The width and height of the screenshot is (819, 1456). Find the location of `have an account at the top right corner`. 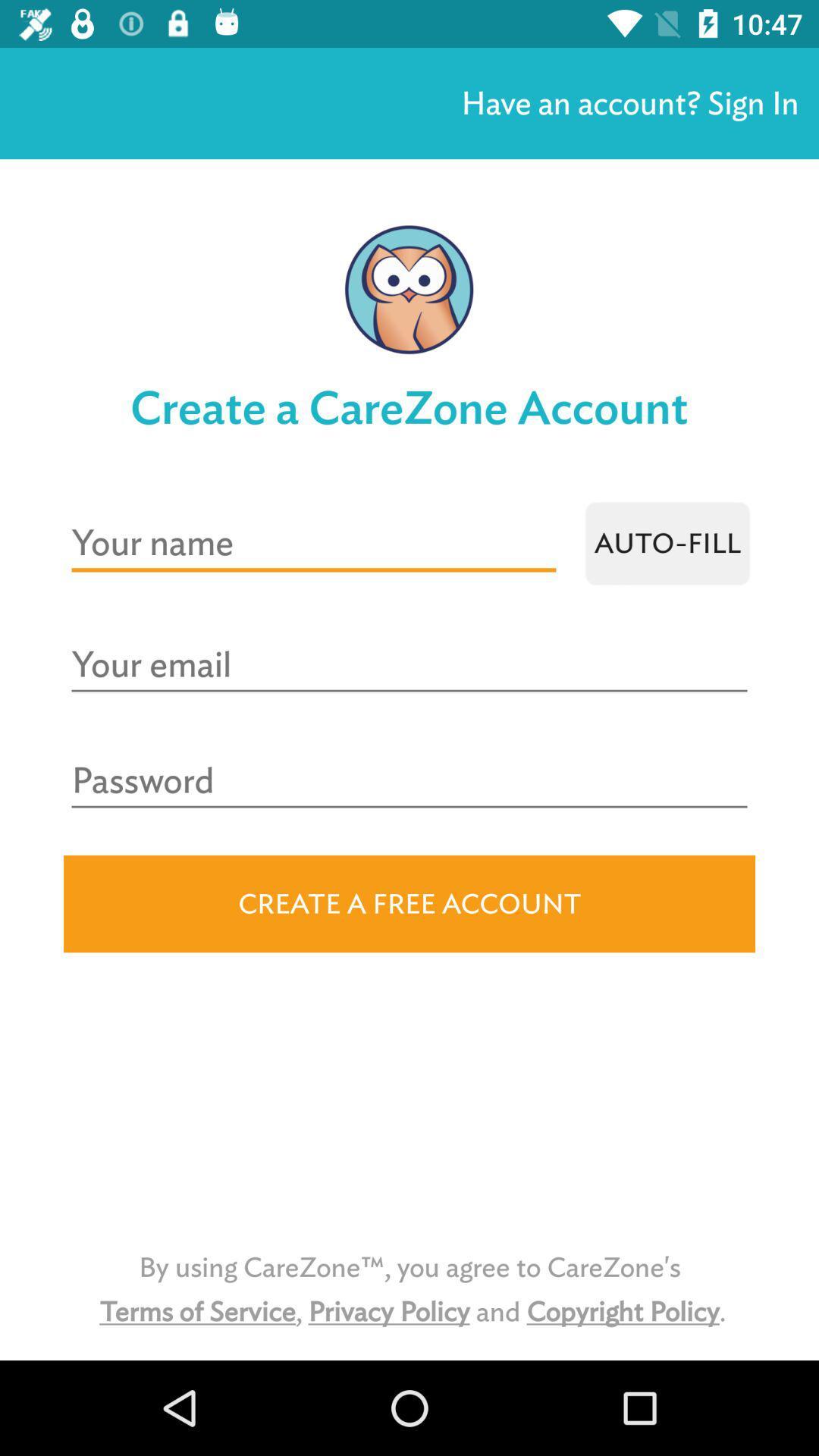

have an account at the top right corner is located at coordinates (629, 102).